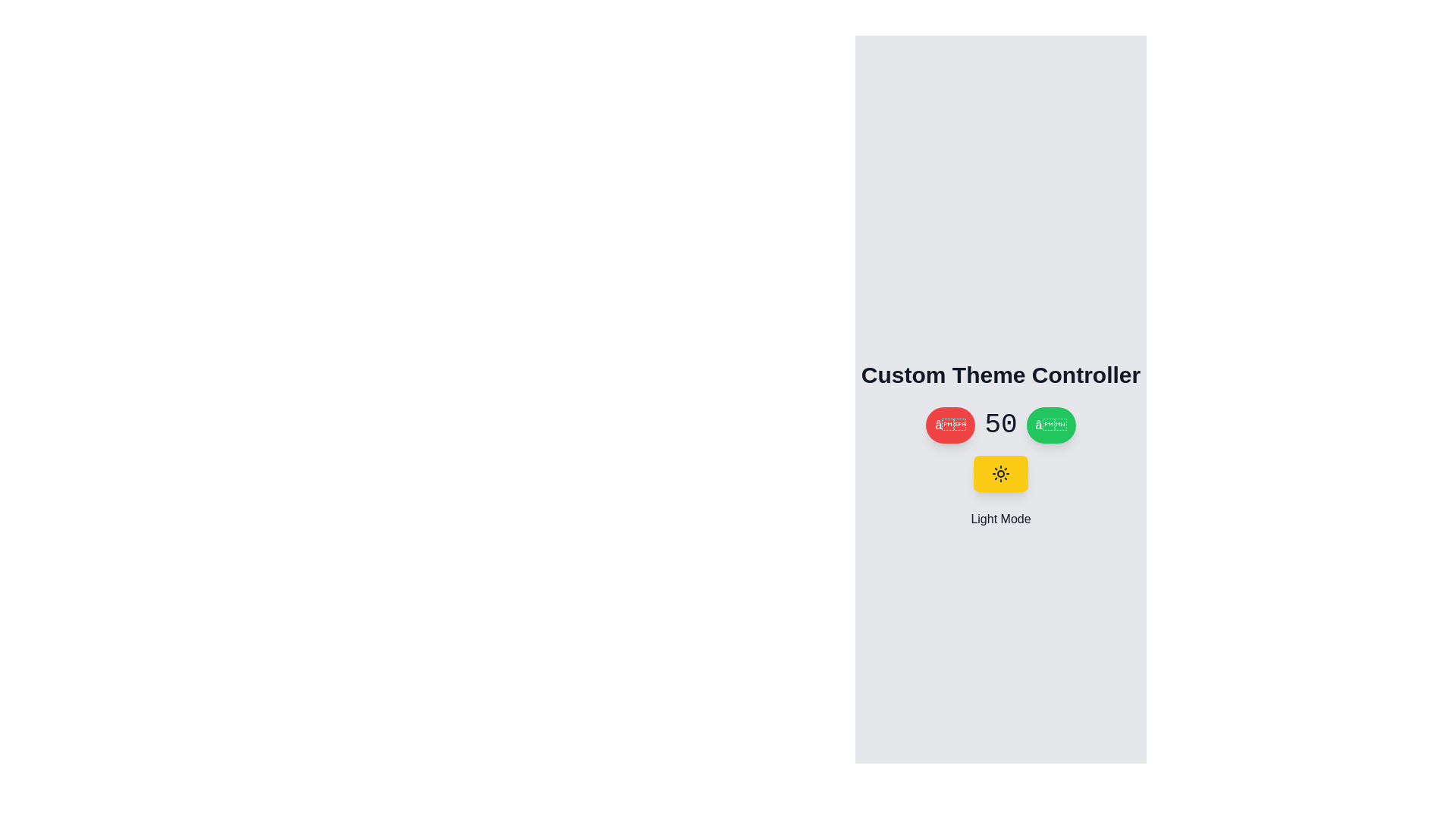  Describe the element at coordinates (1001, 375) in the screenshot. I see `the 'Custom Theme Controller' text label, which is prominently displayed in bold and large font at the top of the visible controls section` at that location.